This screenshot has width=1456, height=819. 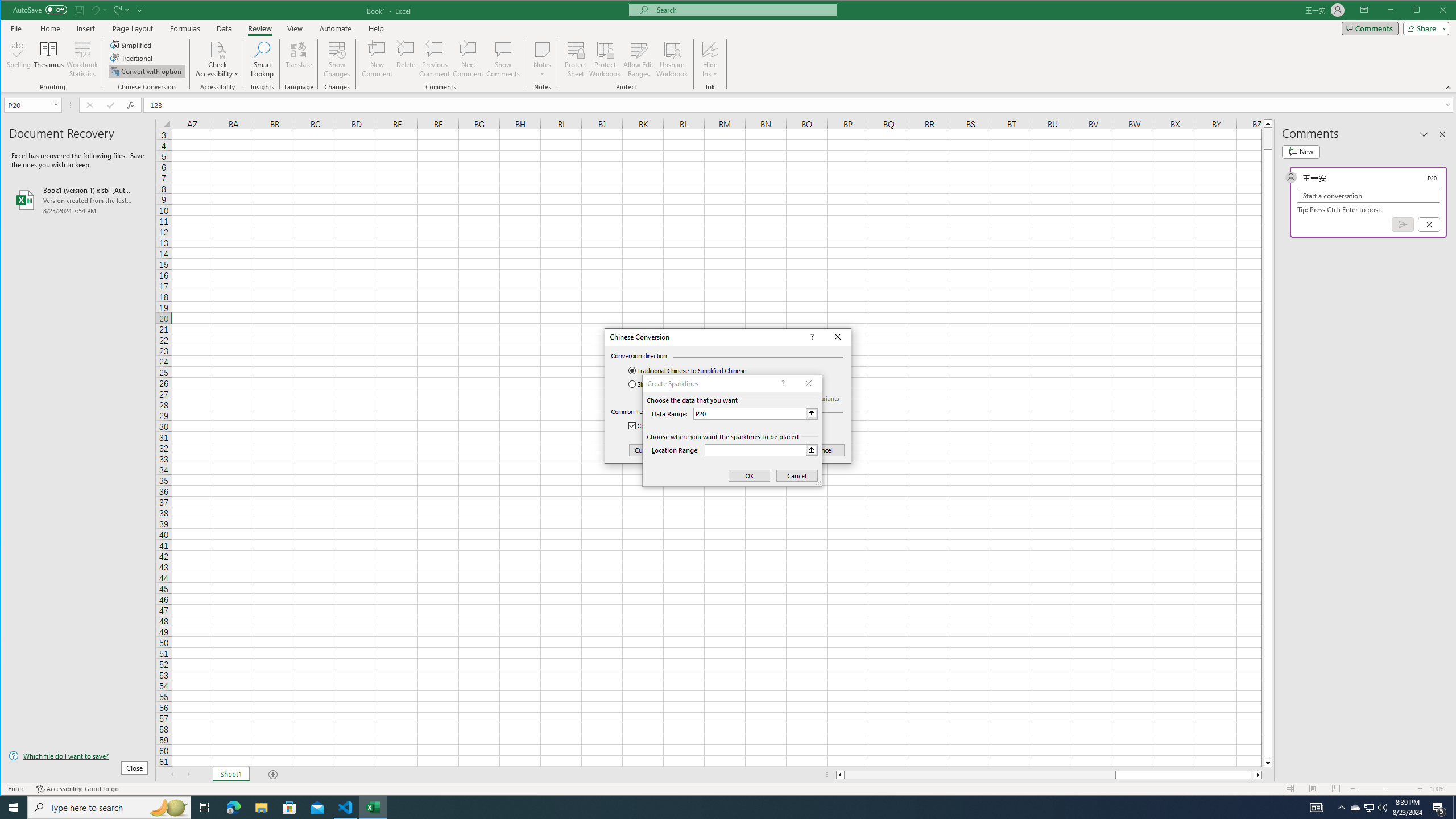 What do you see at coordinates (823, 450) in the screenshot?
I see `'Cancel'` at bounding box center [823, 450].